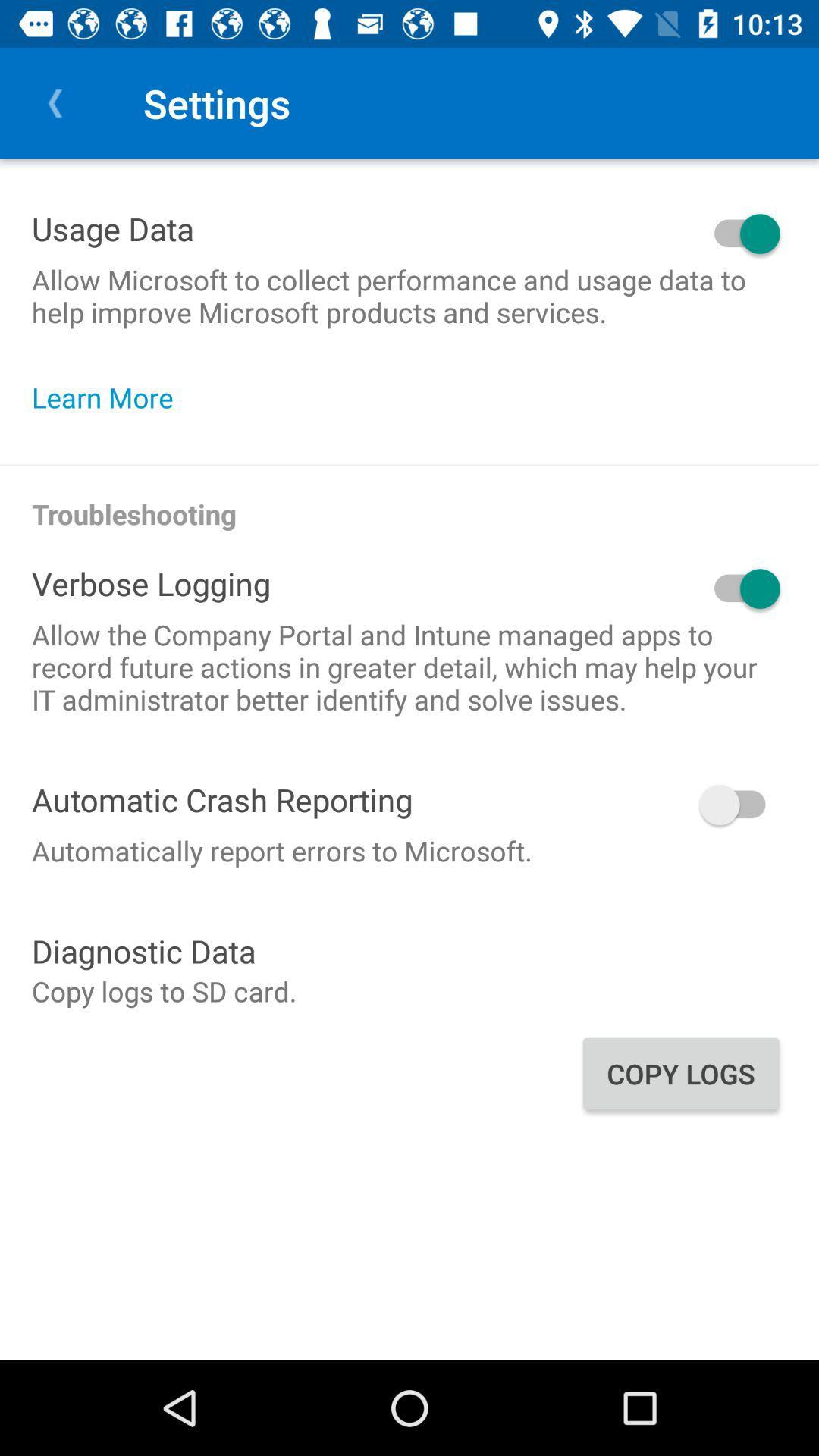  I want to click on icon on the right side of verbose logging, so click(528, 588).